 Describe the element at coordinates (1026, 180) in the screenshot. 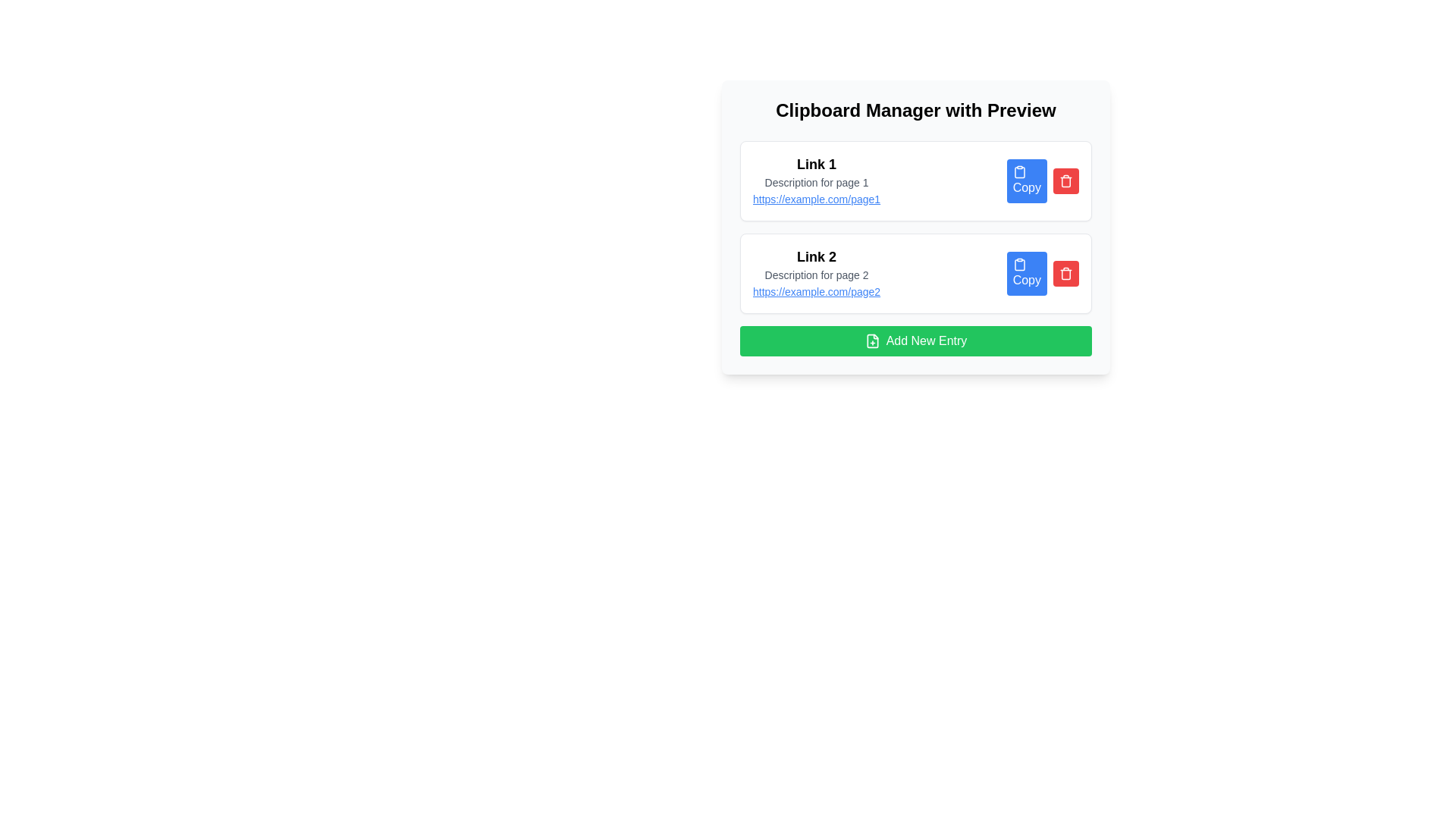

I see `the blue 'Copy' button with a clipboard icon to copy the associated content` at that location.